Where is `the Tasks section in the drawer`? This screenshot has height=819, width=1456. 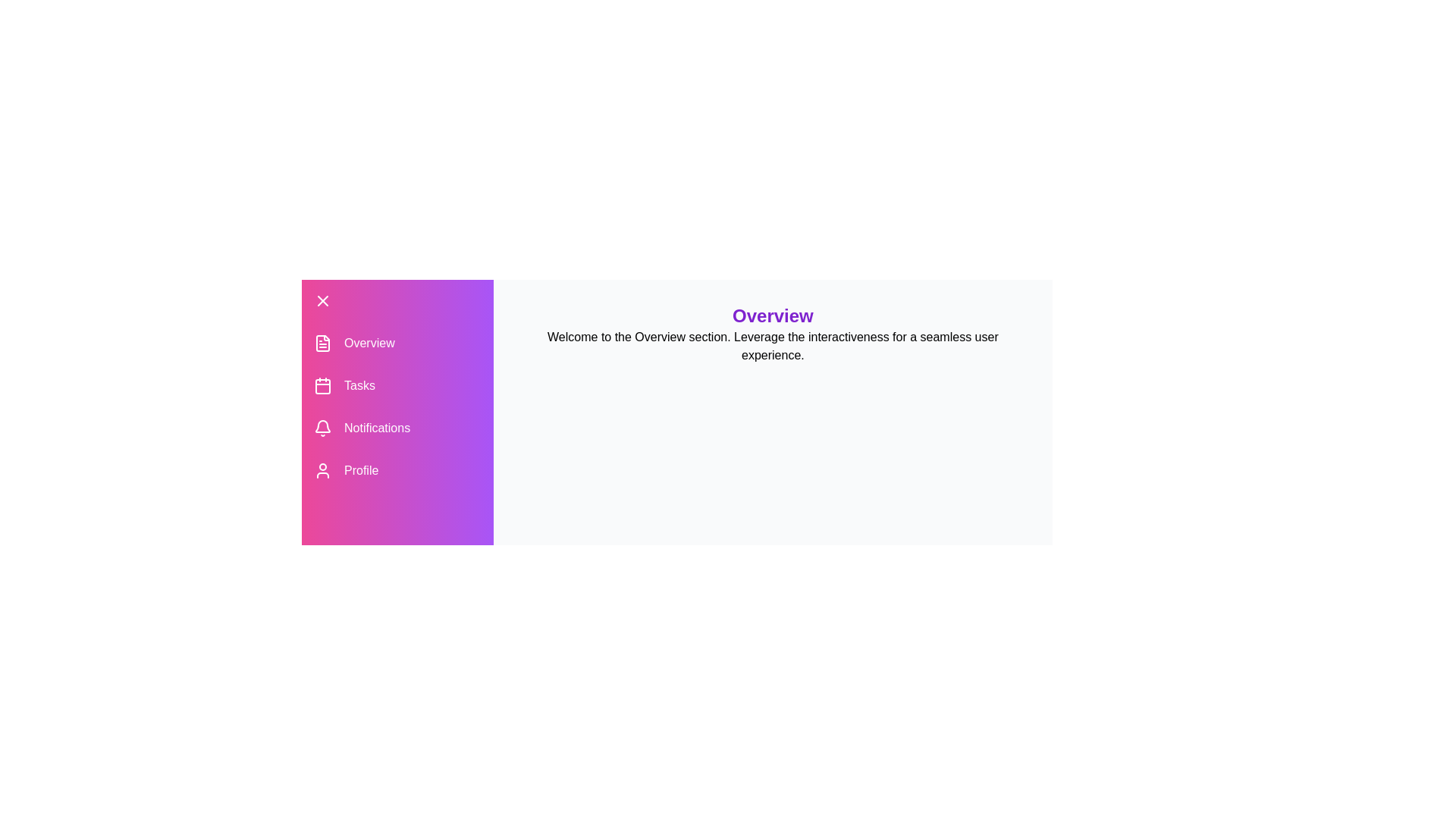
the Tasks section in the drawer is located at coordinates (397, 385).